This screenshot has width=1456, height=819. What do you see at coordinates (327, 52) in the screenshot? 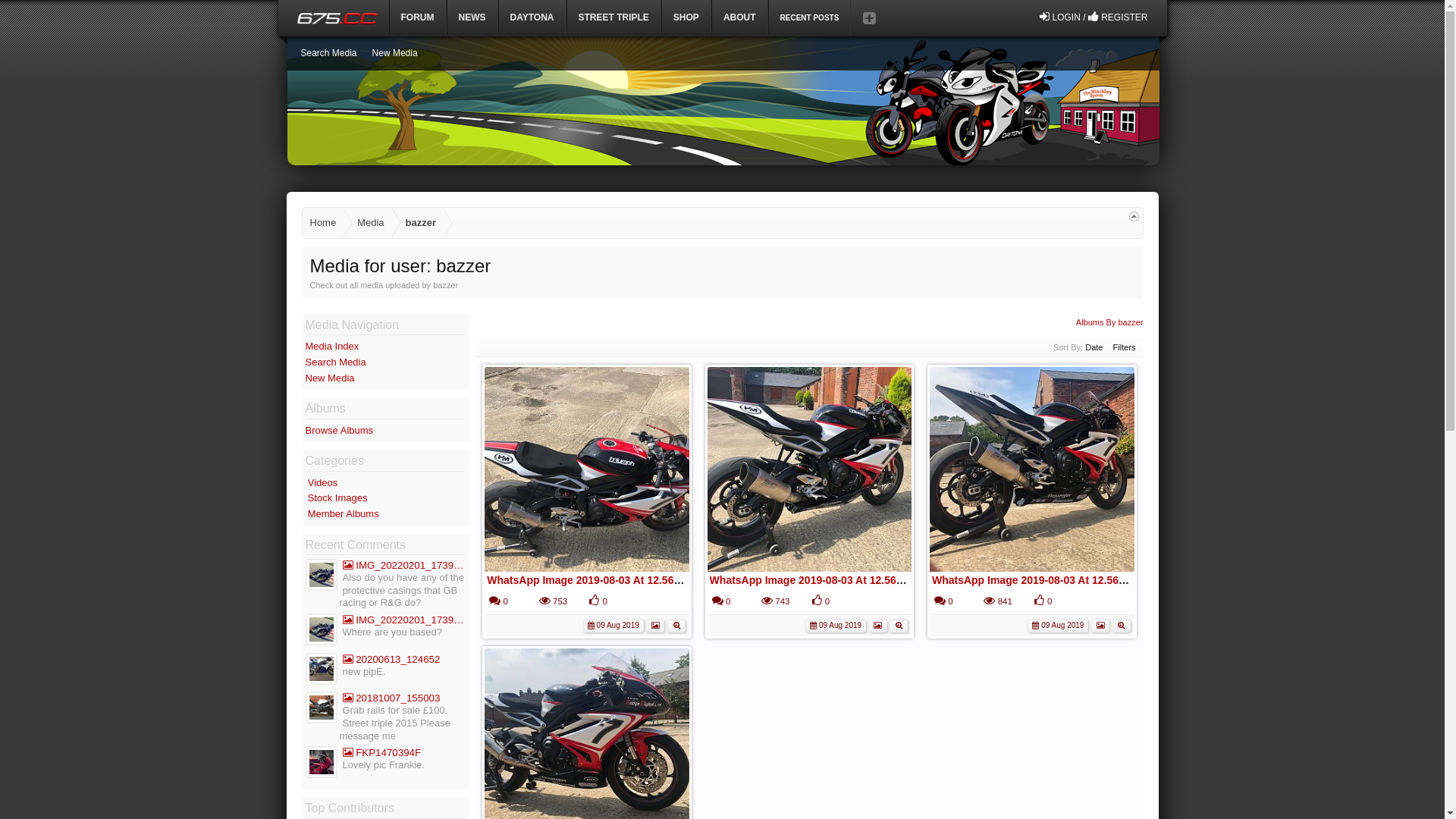
I see `'Search Media'` at bounding box center [327, 52].